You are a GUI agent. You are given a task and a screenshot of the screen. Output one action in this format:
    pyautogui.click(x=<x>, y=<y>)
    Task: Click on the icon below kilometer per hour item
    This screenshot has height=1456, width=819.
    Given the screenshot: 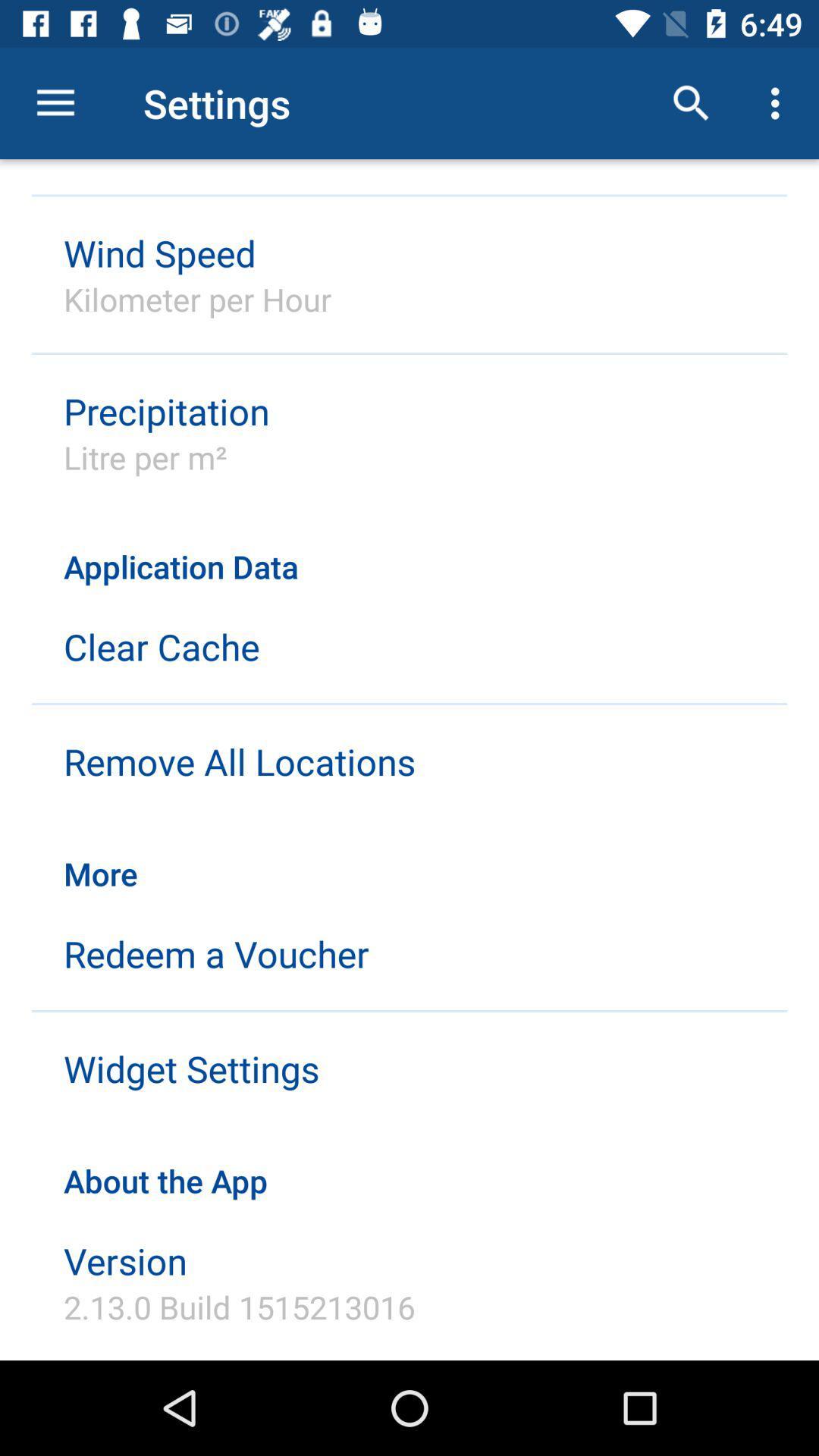 What is the action you would take?
    pyautogui.click(x=166, y=411)
    